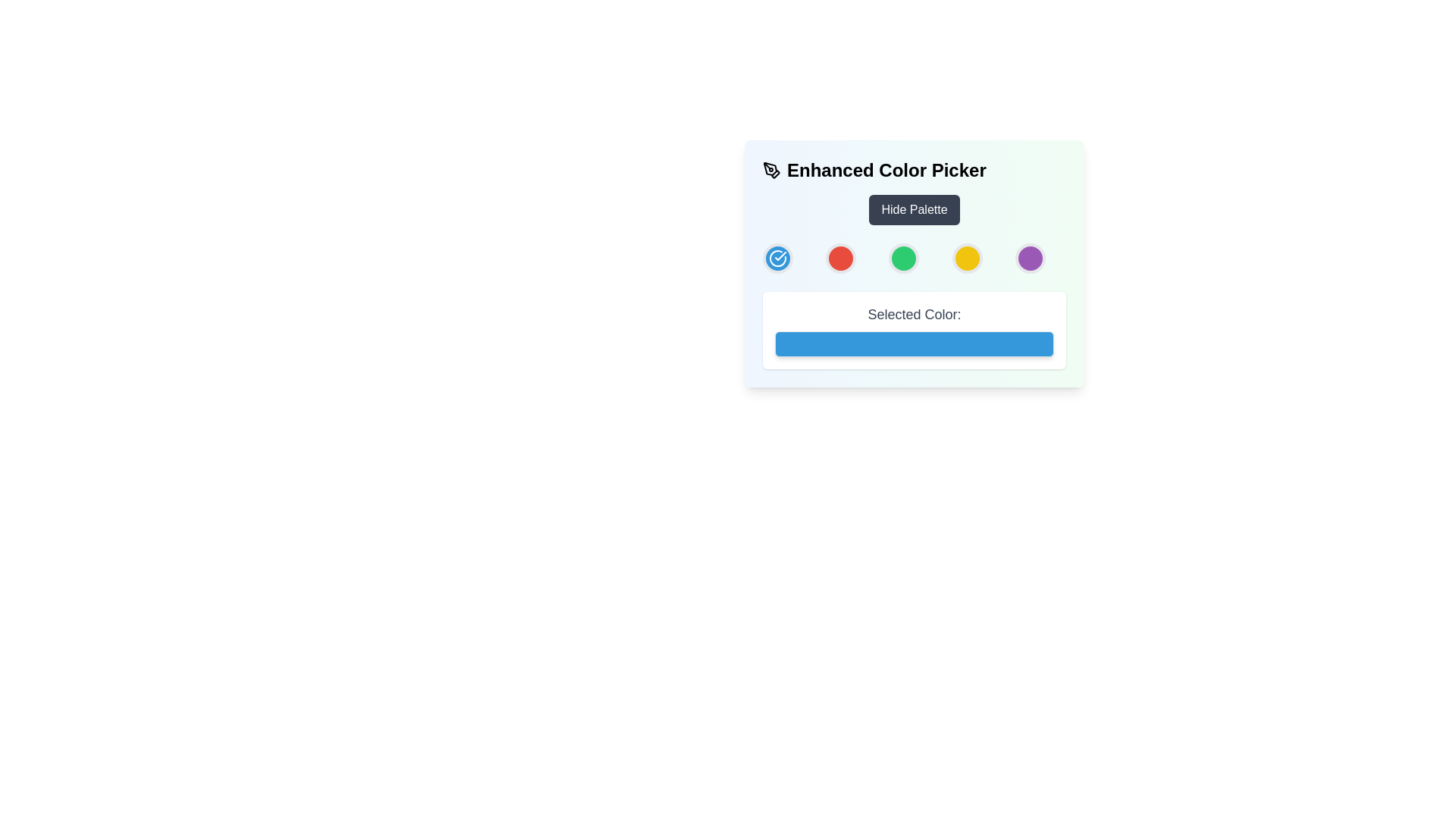  What do you see at coordinates (778, 257) in the screenshot?
I see `the circular icon with a blue background and a white checkmark symbol` at bounding box center [778, 257].